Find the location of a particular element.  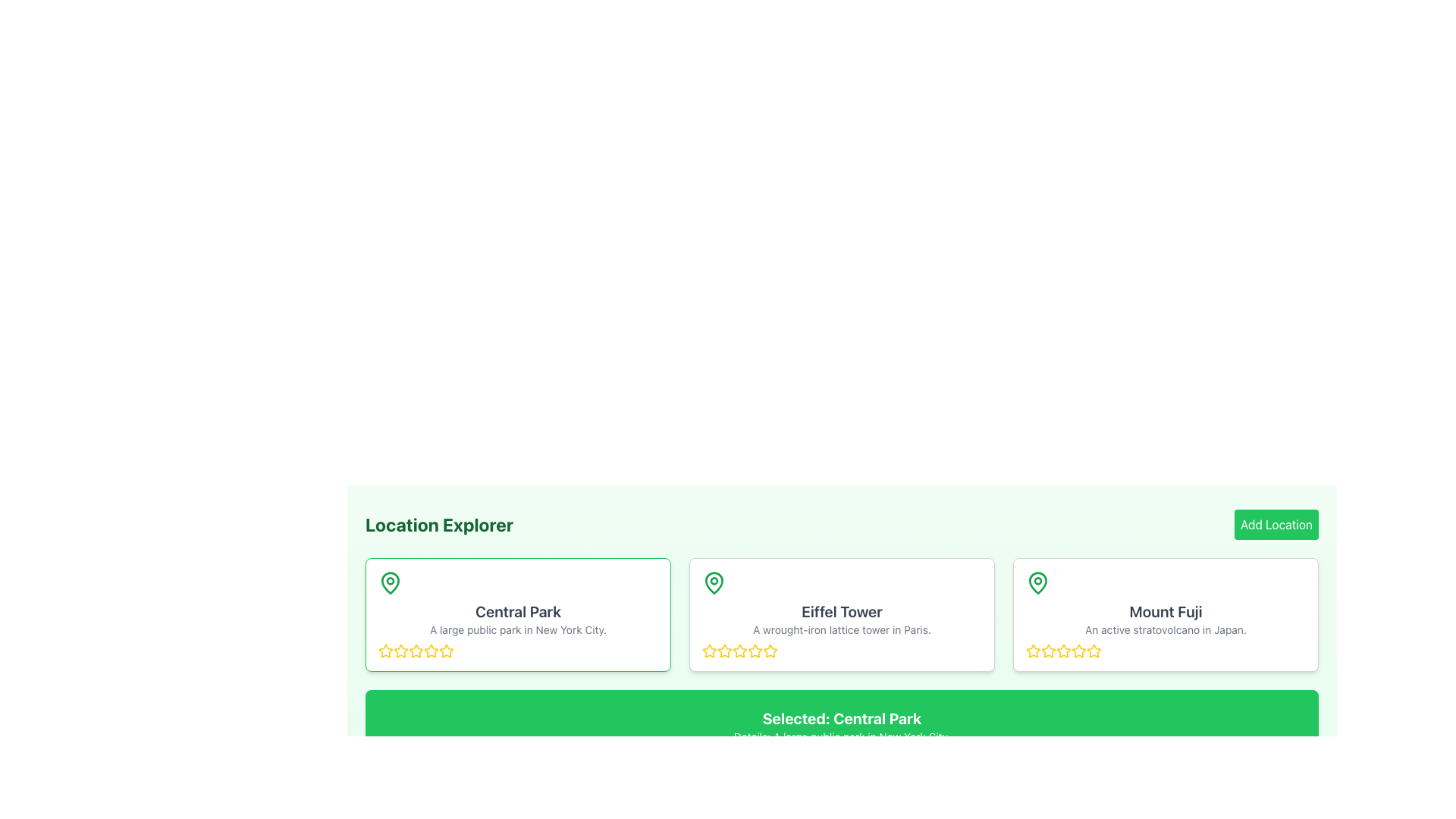

the 'Add Location' button located at the top-right corner of the 'Location Explorer' header section is located at coordinates (1276, 523).